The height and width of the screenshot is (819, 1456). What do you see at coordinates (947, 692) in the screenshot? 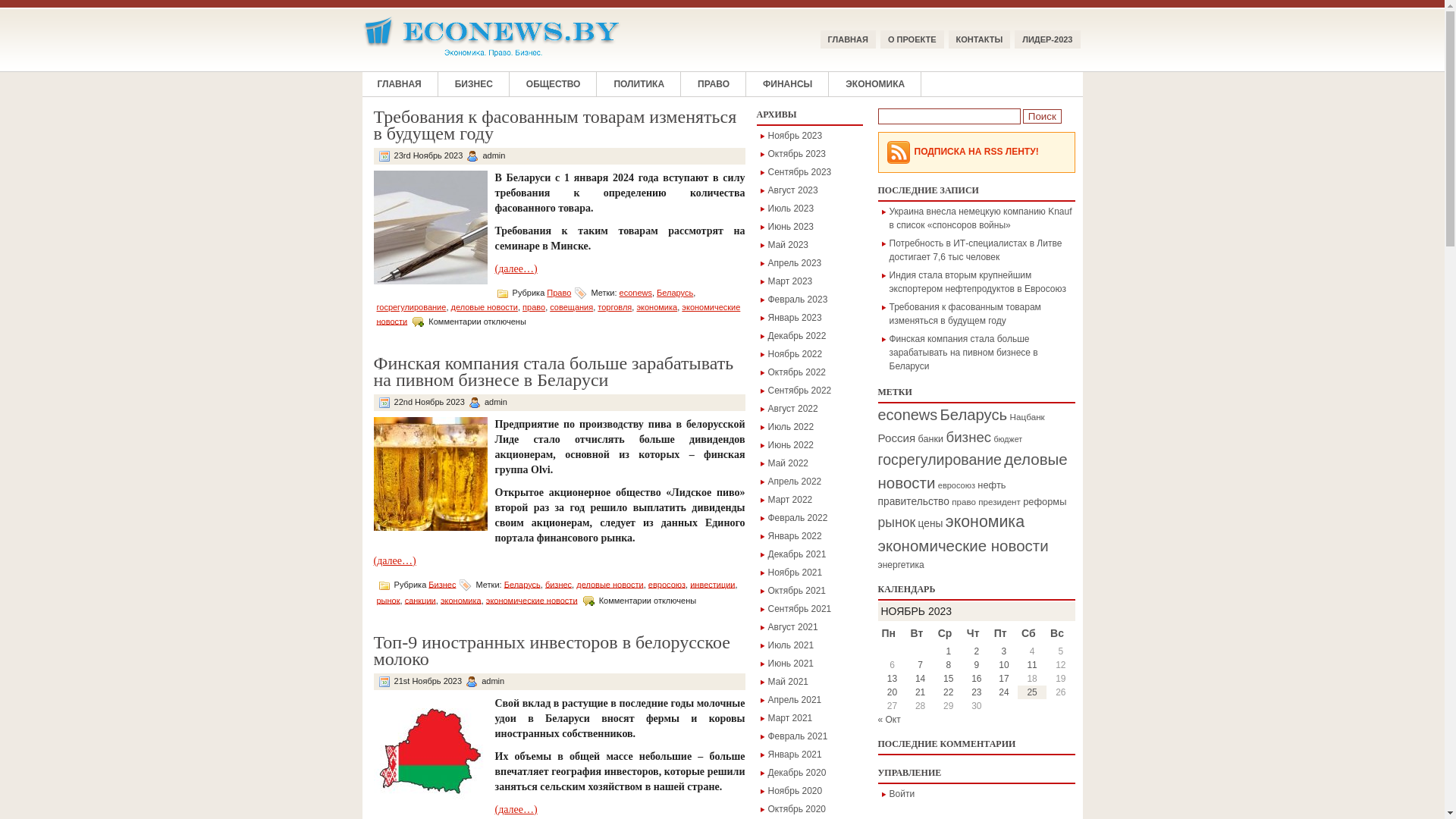
I see `'22'` at bounding box center [947, 692].